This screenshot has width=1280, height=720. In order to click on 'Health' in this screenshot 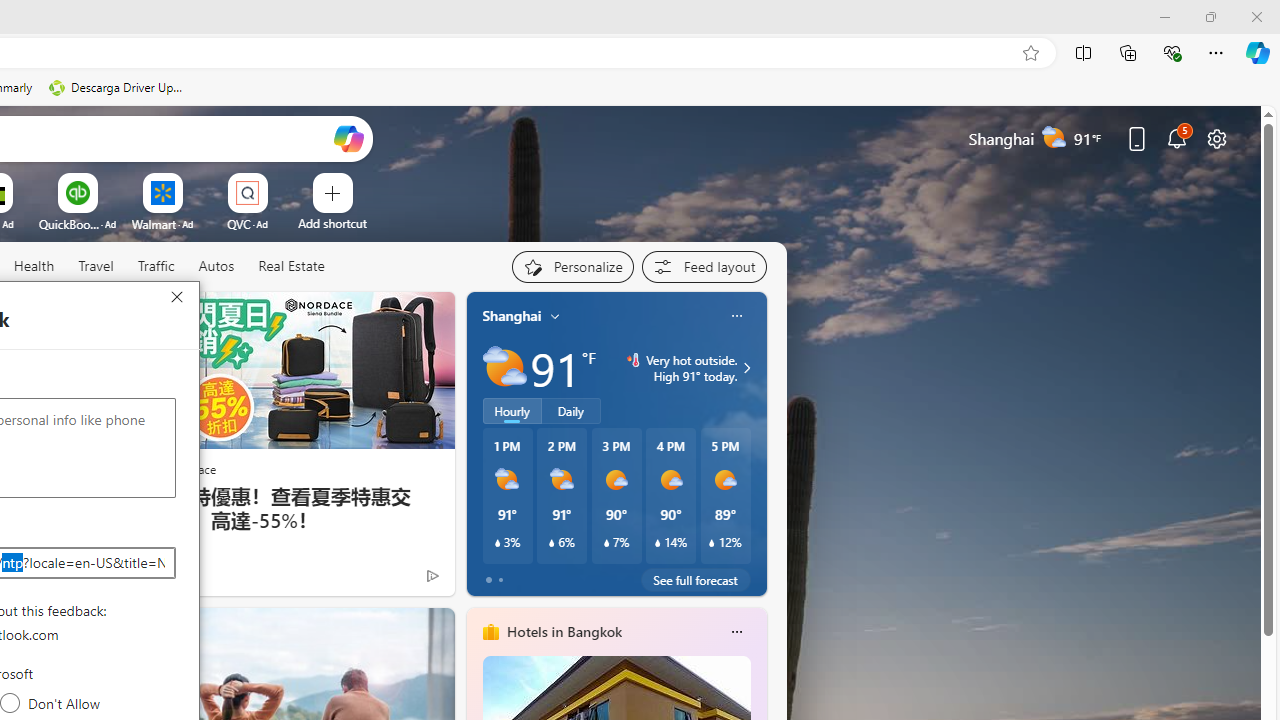, I will do `click(34, 265)`.